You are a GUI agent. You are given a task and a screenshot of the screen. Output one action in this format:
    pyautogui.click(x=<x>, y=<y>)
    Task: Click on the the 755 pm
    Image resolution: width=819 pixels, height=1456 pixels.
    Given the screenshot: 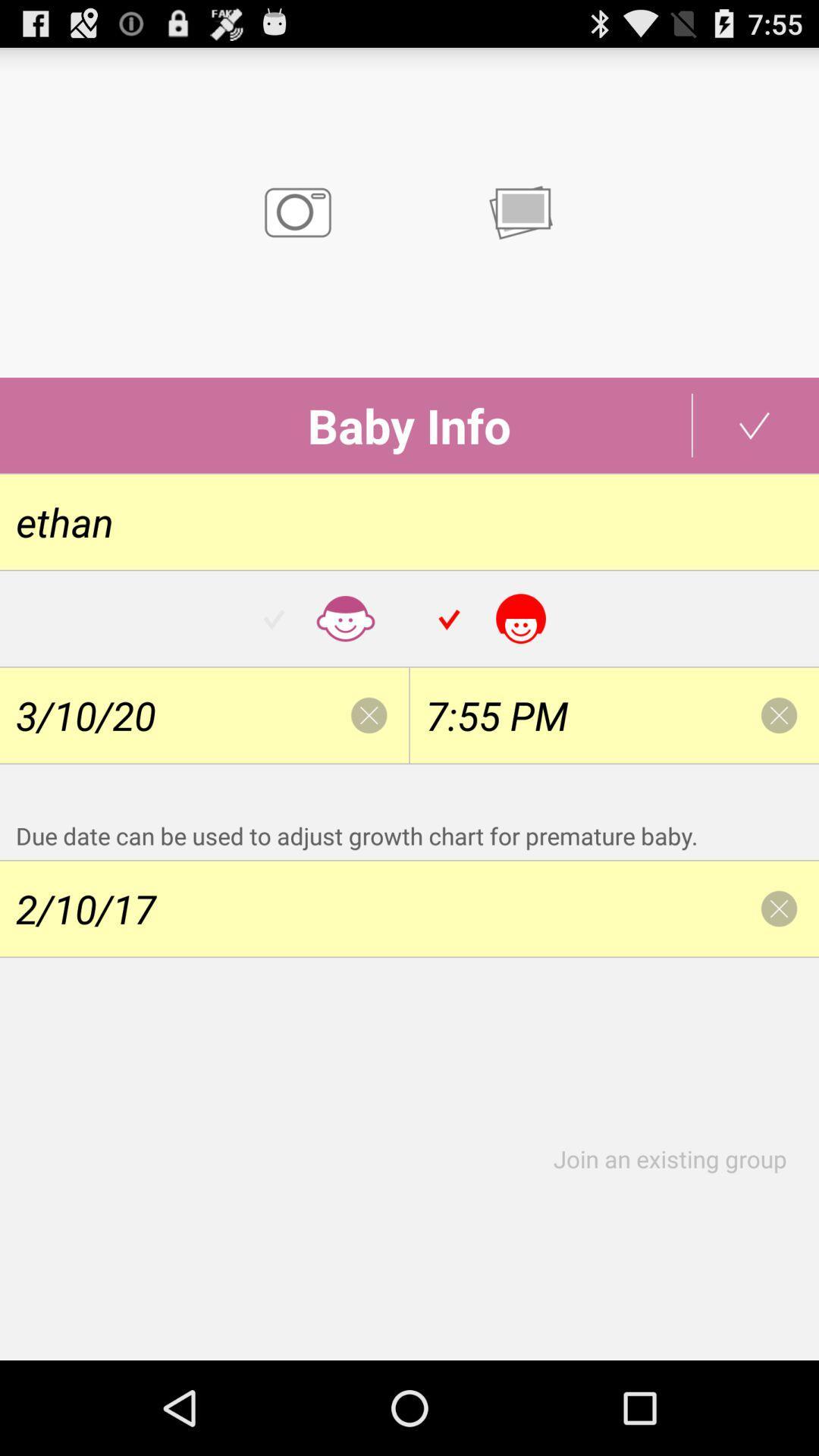 What is the action you would take?
    pyautogui.click(x=614, y=715)
    